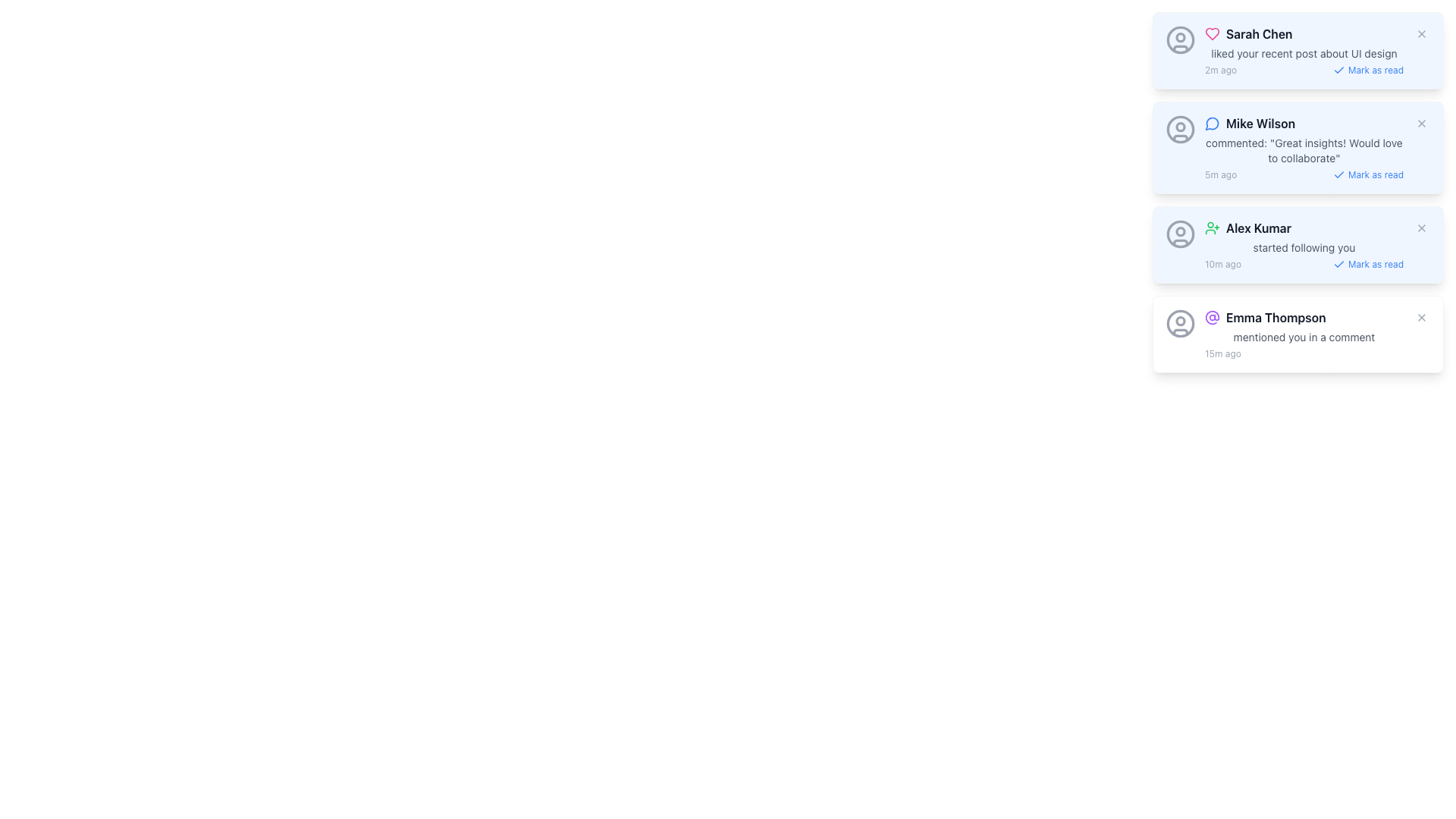 Image resolution: width=1456 pixels, height=819 pixels. Describe the element at coordinates (1179, 234) in the screenshot. I see `the user avatar icon located at the top-left corner of the notification card that indicates 'Alex Kumar started following you, 10m ago'` at that location.